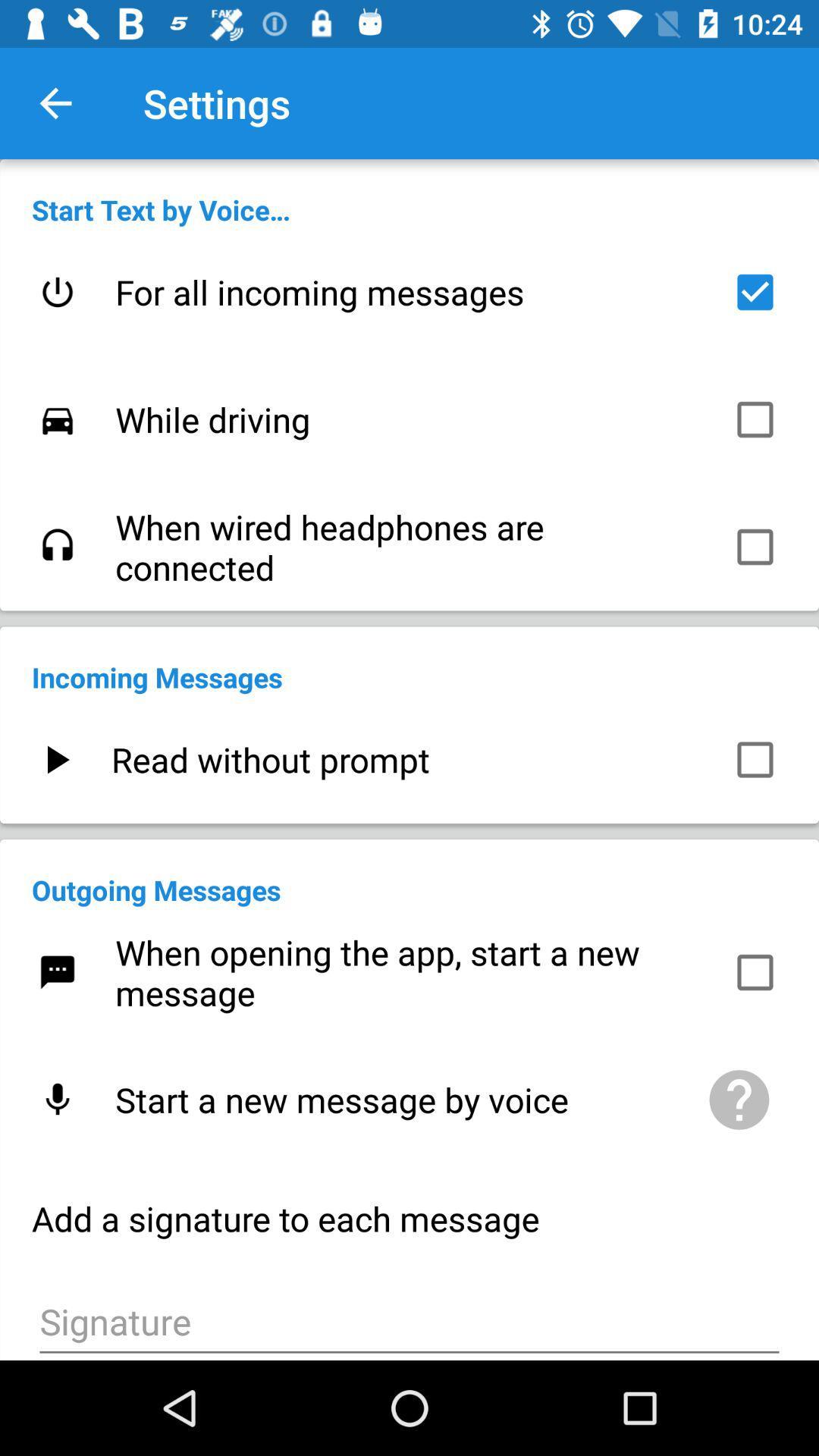 The image size is (819, 1456). Describe the element at coordinates (55, 102) in the screenshot. I see `the item next to the settings icon` at that location.